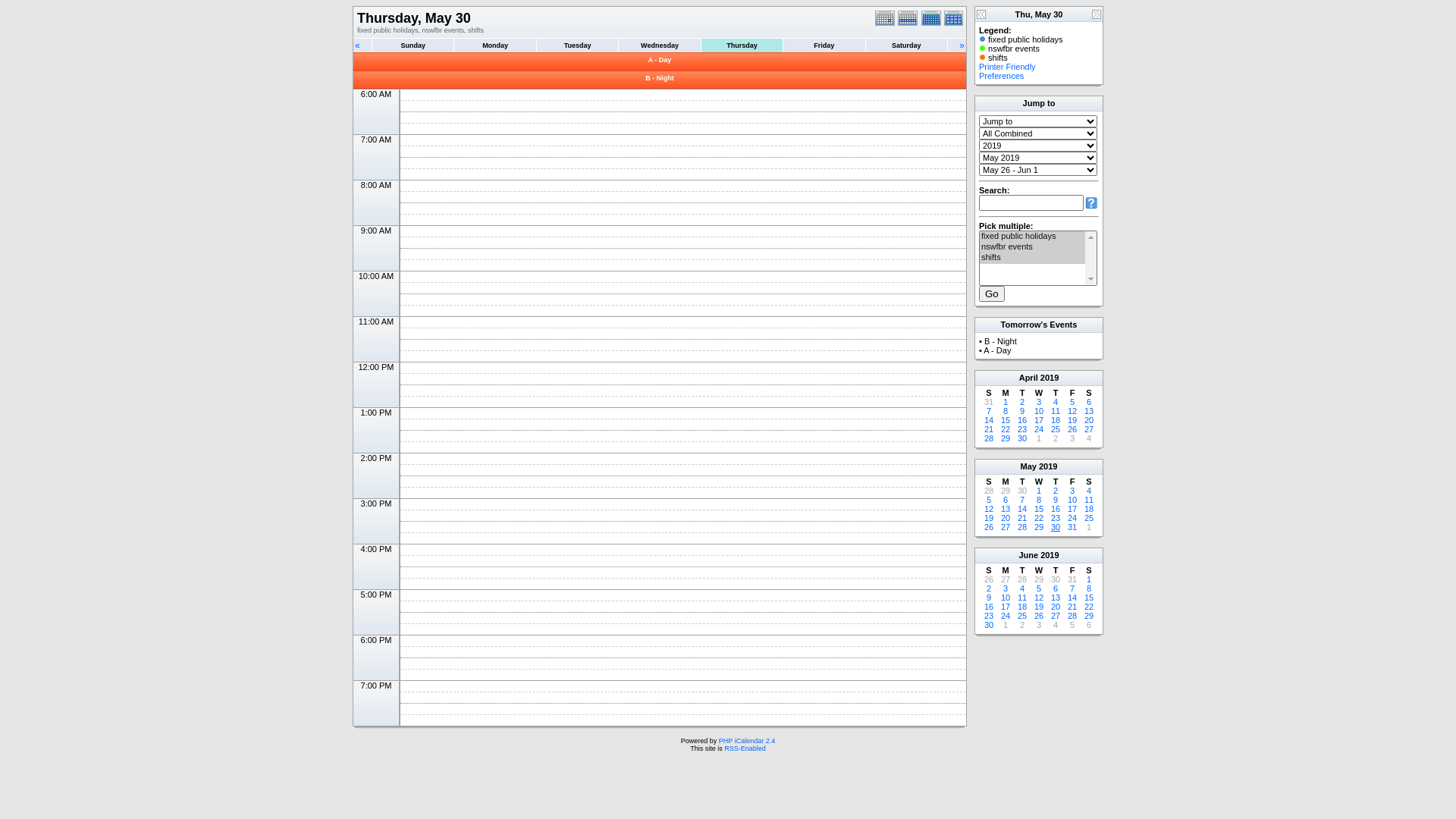 The height and width of the screenshot is (819, 1456). What do you see at coordinates (1037, 625) in the screenshot?
I see `'3'` at bounding box center [1037, 625].